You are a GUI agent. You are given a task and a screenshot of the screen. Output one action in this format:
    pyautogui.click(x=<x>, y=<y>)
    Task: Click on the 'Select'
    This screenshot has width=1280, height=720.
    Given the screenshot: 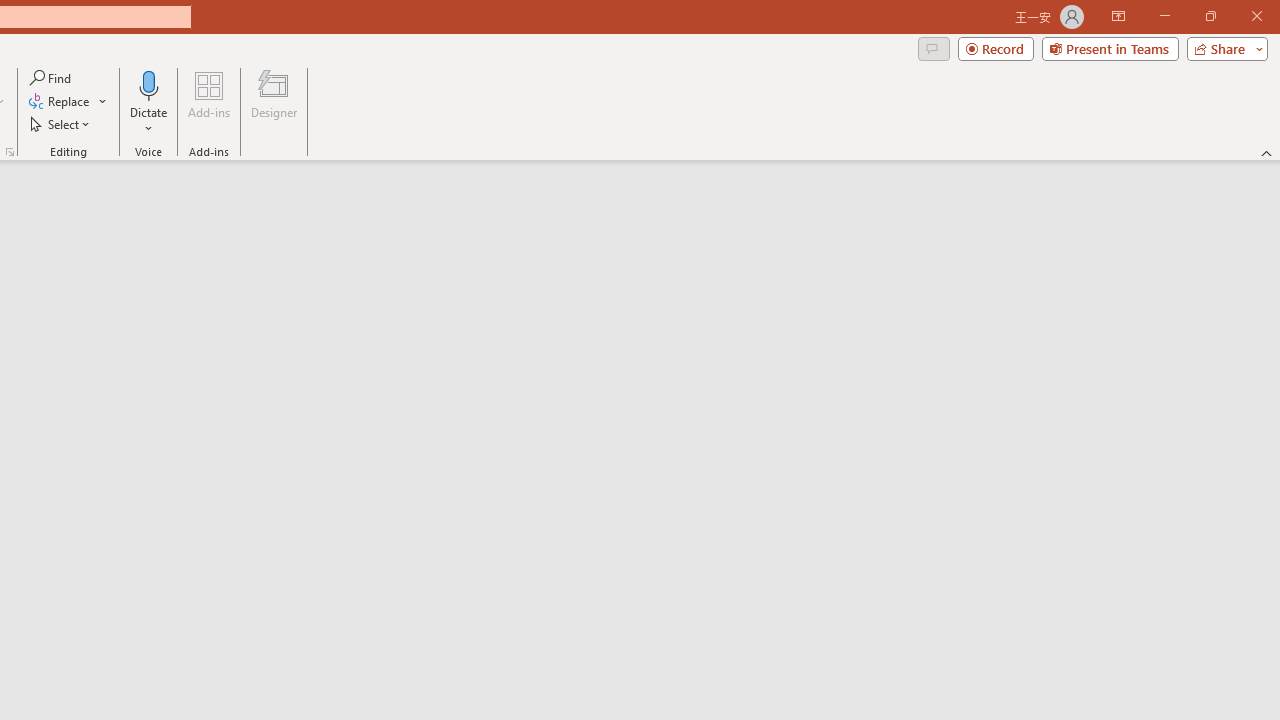 What is the action you would take?
    pyautogui.click(x=61, y=124)
    